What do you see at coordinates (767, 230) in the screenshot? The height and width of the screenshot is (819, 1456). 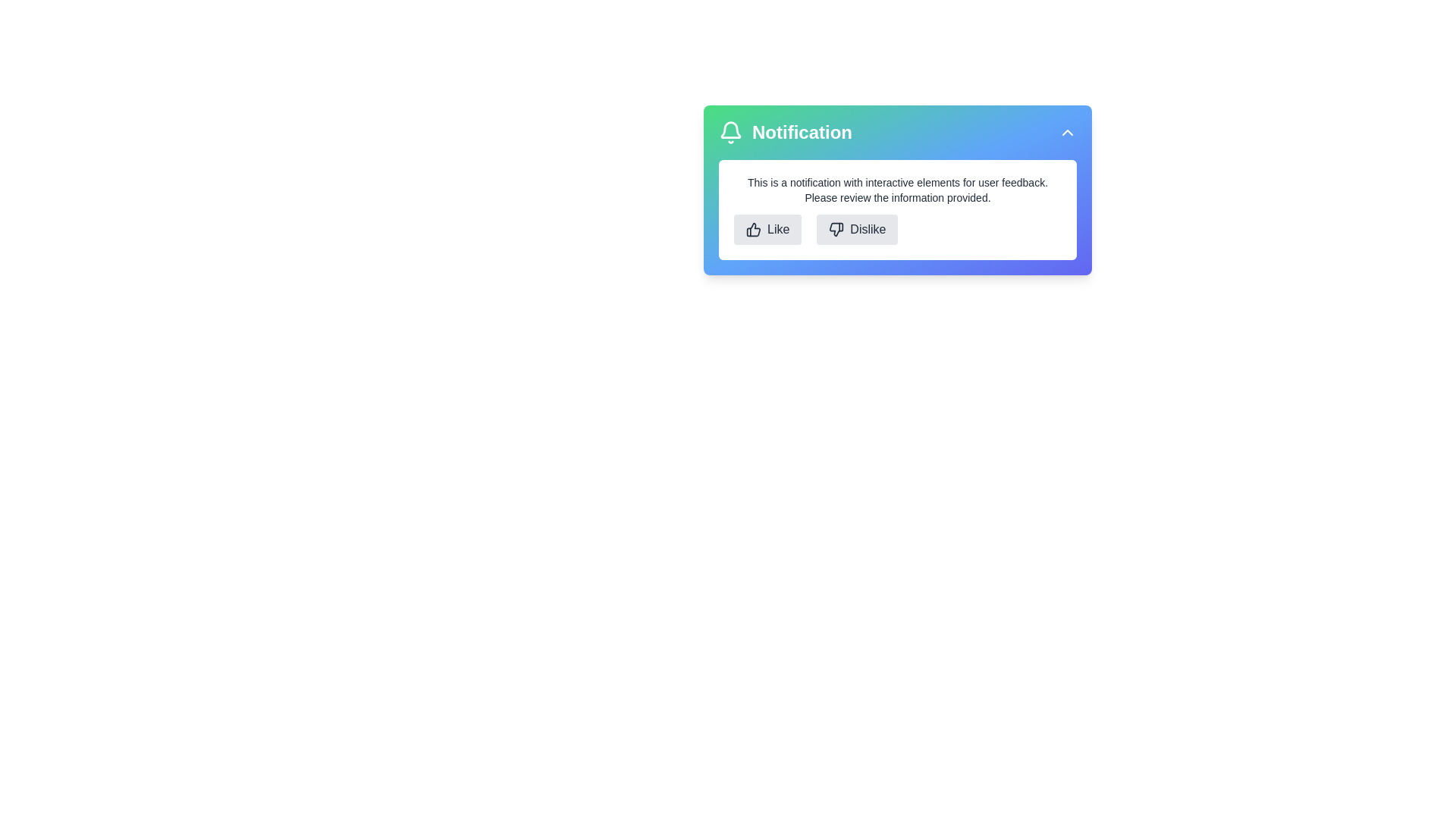 I see `the Like button to provide feedback` at bounding box center [767, 230].